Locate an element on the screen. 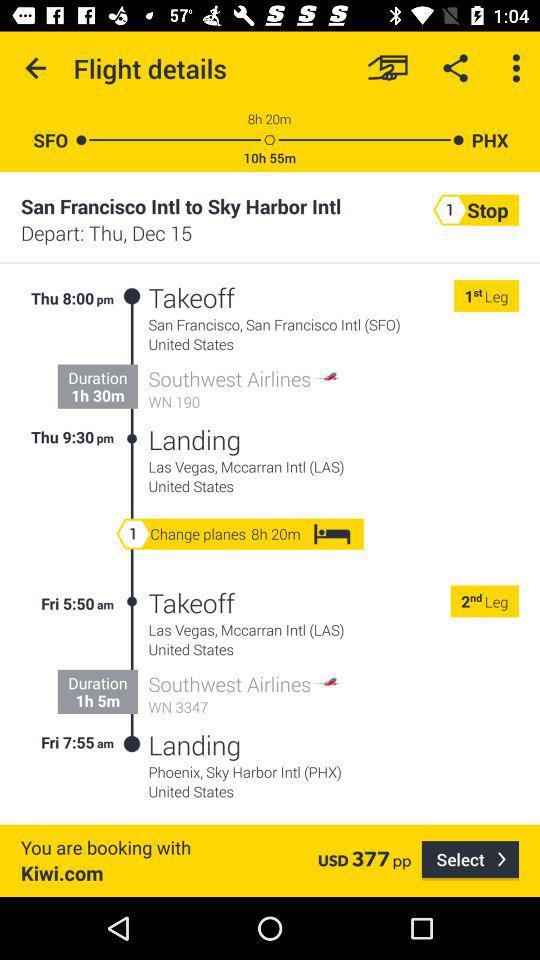 Image resolution: width=540 pixels, height=960 pixels. phoenix sky harbor item is located at coordinates (333, 771).